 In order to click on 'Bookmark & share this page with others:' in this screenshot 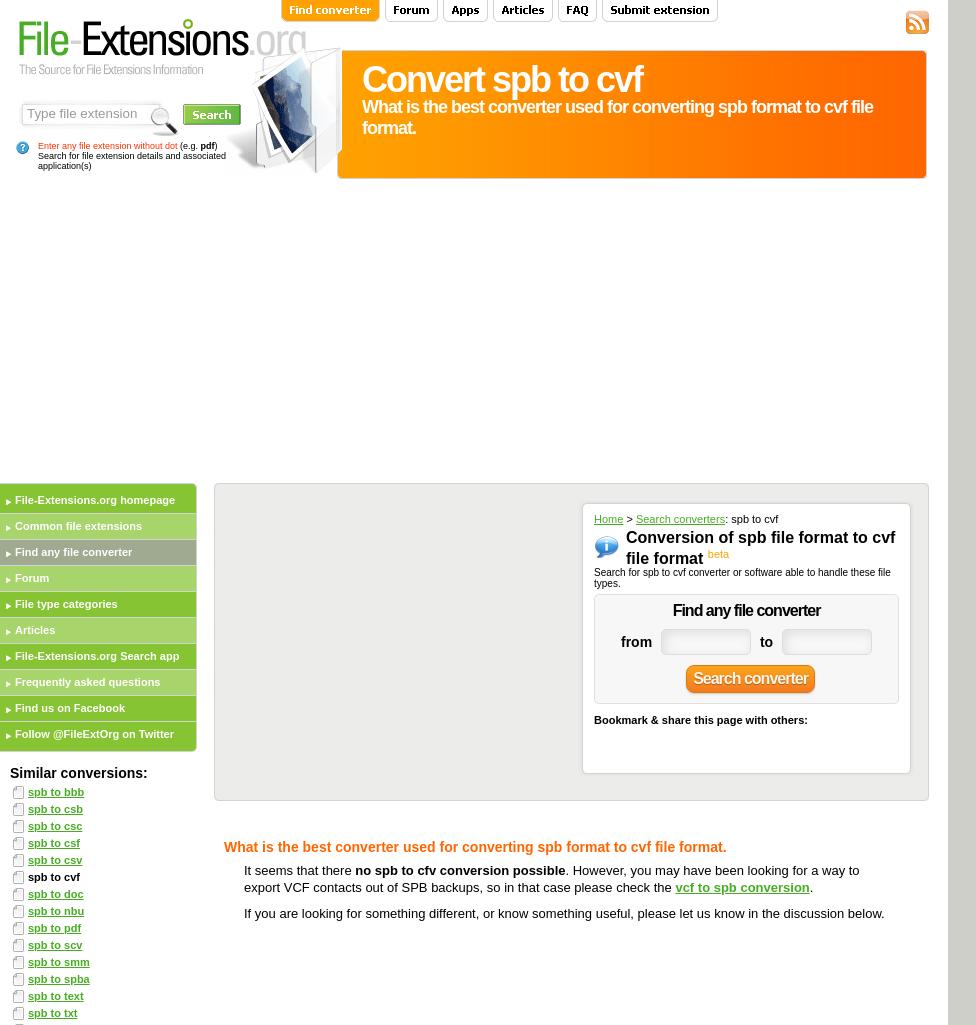, I will do `click(699, 718)`.